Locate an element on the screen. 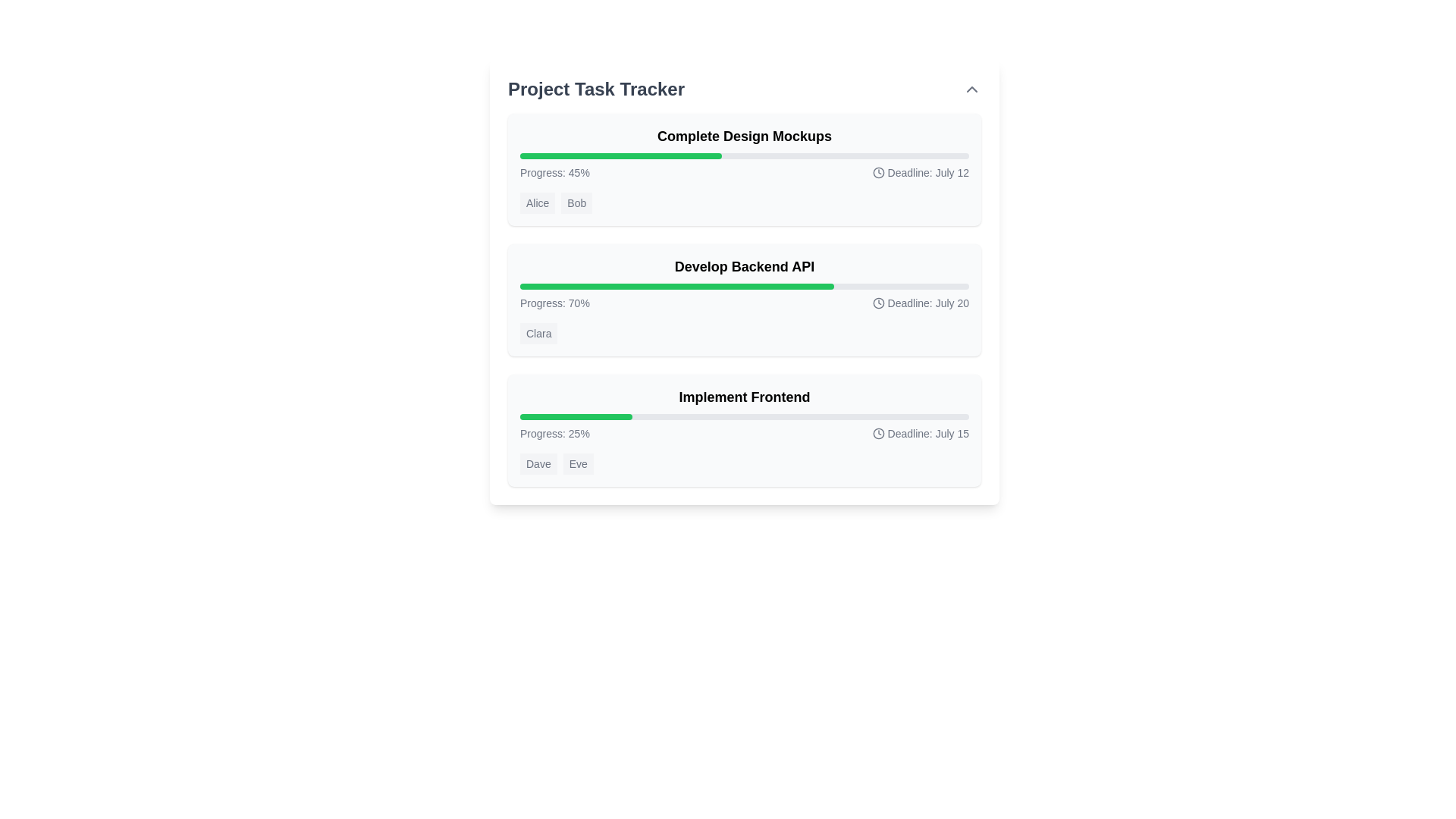 The width and height of the screenshot is (1456, 819). the text label indicating the user 'Alice' associated with the task 'Complete Design Mockups' to trigger a tooltip is located at coordinates (538, 202).